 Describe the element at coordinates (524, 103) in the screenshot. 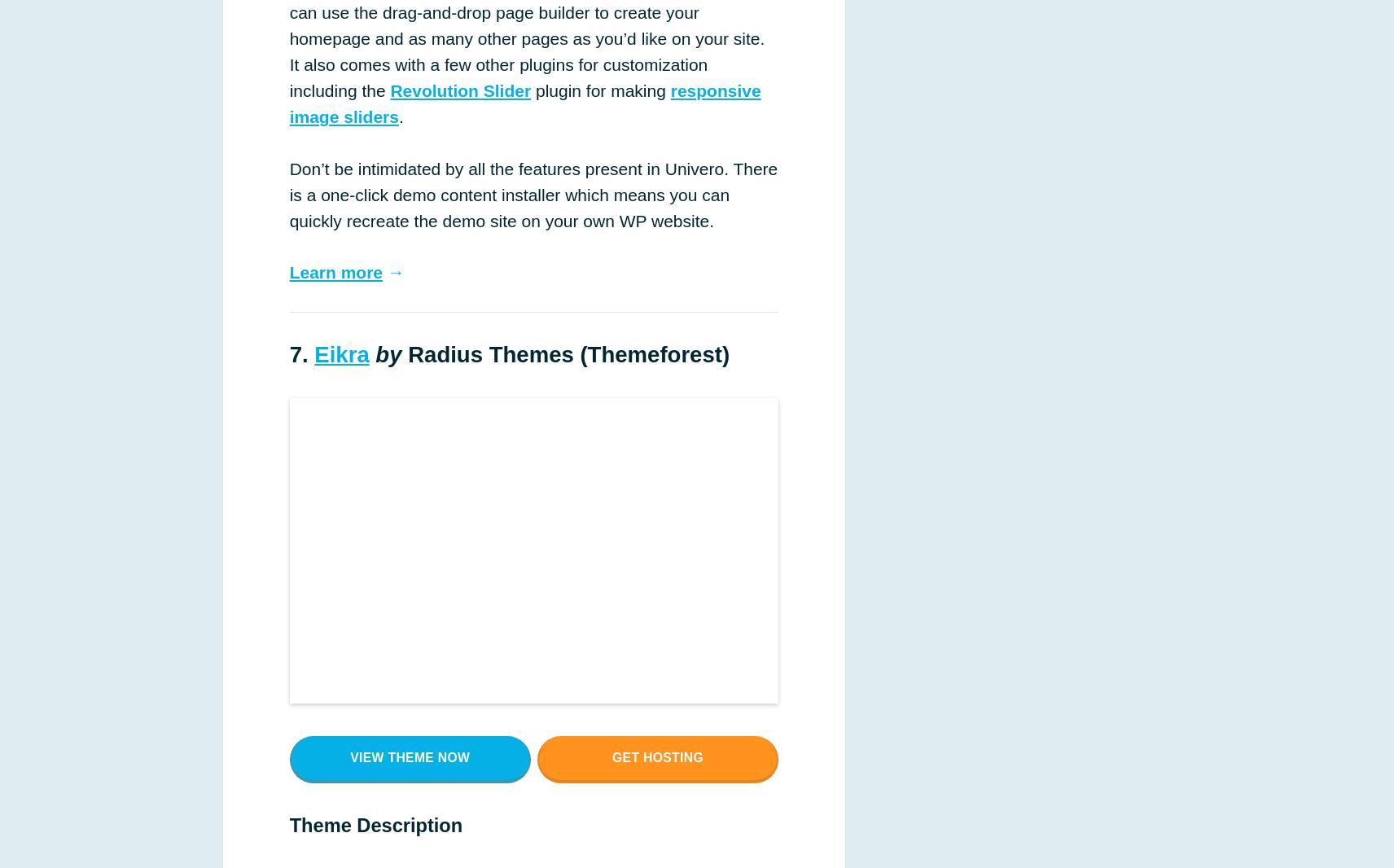

I see `'responsive image sliders'` at that location.